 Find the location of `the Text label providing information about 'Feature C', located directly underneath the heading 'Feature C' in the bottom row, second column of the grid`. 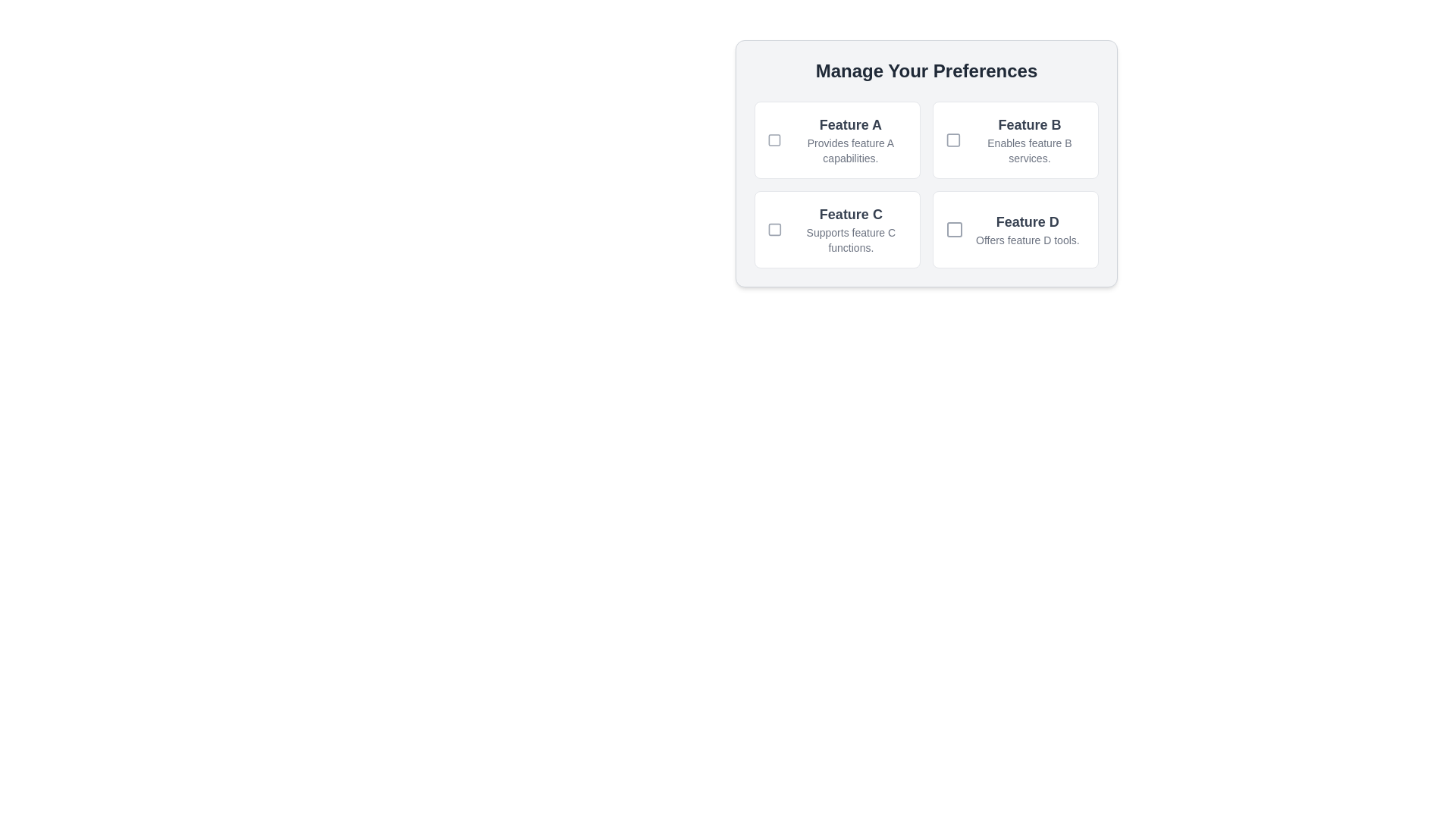

the Text label providing information about 'Feature C', located directly underneath the heading 'Feature C' in the bottom row, second column of the grid is located at coordinates (851, 239).